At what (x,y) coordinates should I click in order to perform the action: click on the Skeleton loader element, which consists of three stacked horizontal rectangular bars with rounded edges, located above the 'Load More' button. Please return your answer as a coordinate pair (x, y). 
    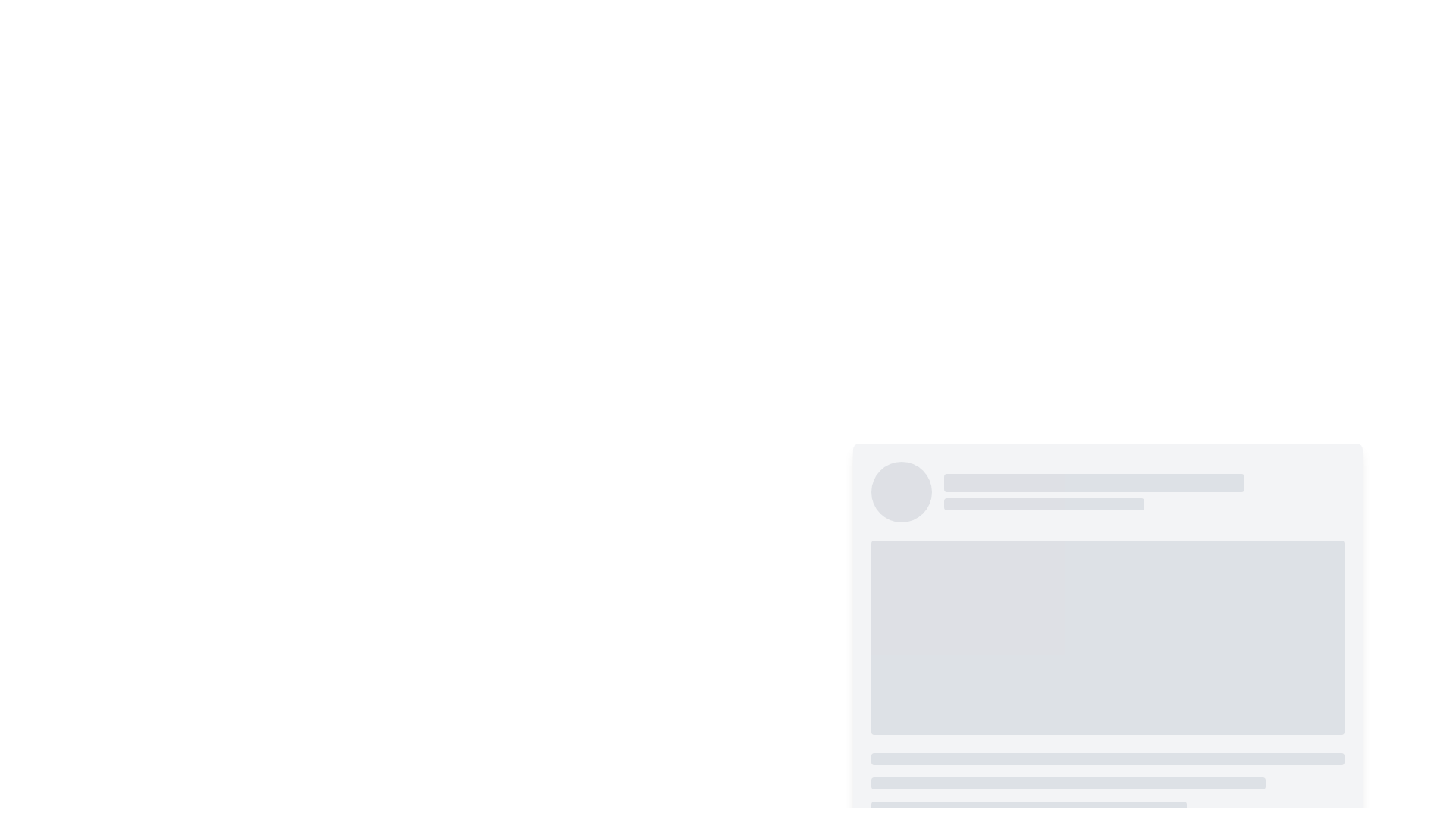
    Looking at the image, I should click on (1107, 783).